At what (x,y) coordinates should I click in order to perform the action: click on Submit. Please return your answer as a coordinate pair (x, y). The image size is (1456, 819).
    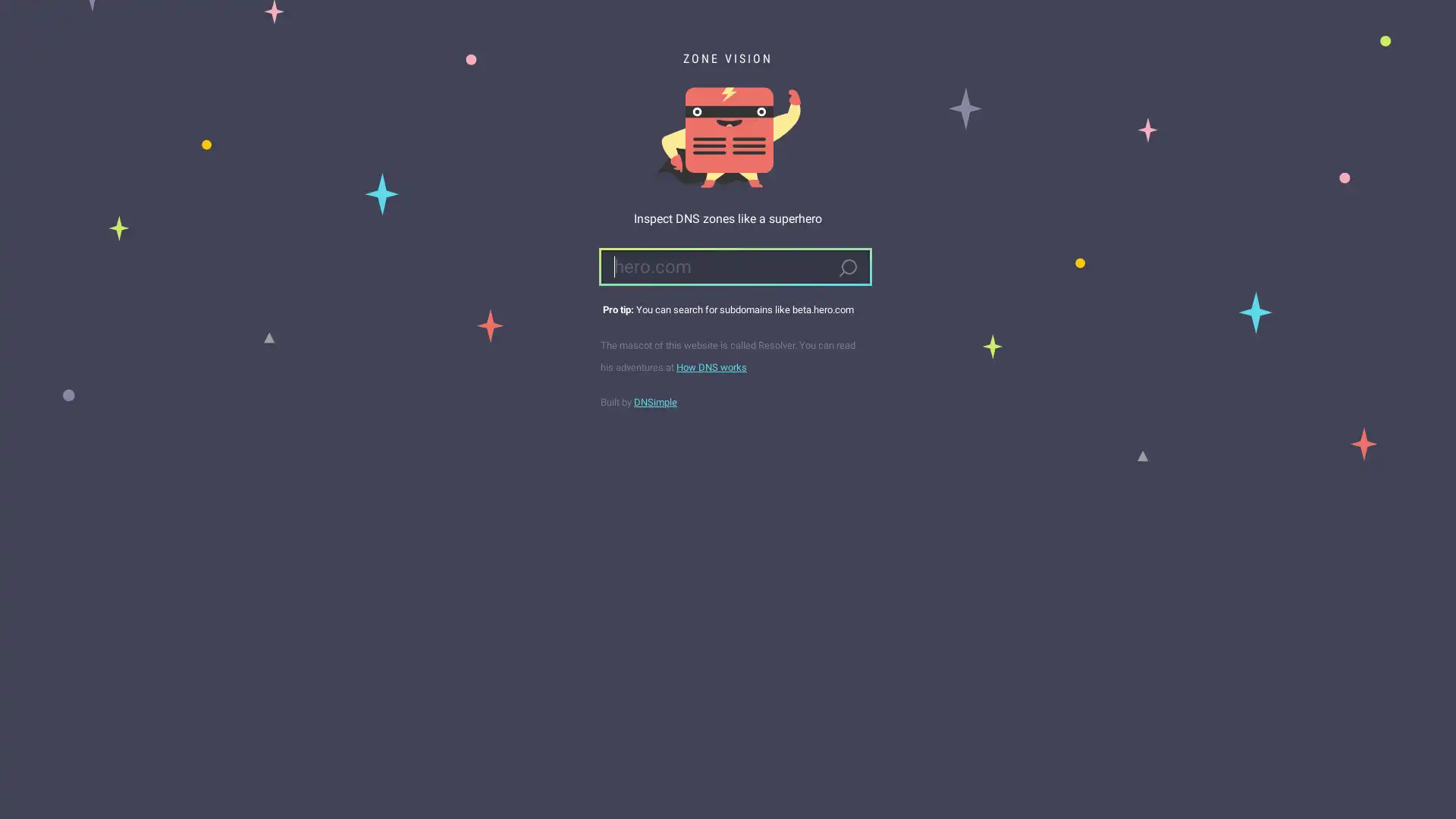
    Looking at the image, I should click on (846, 268).